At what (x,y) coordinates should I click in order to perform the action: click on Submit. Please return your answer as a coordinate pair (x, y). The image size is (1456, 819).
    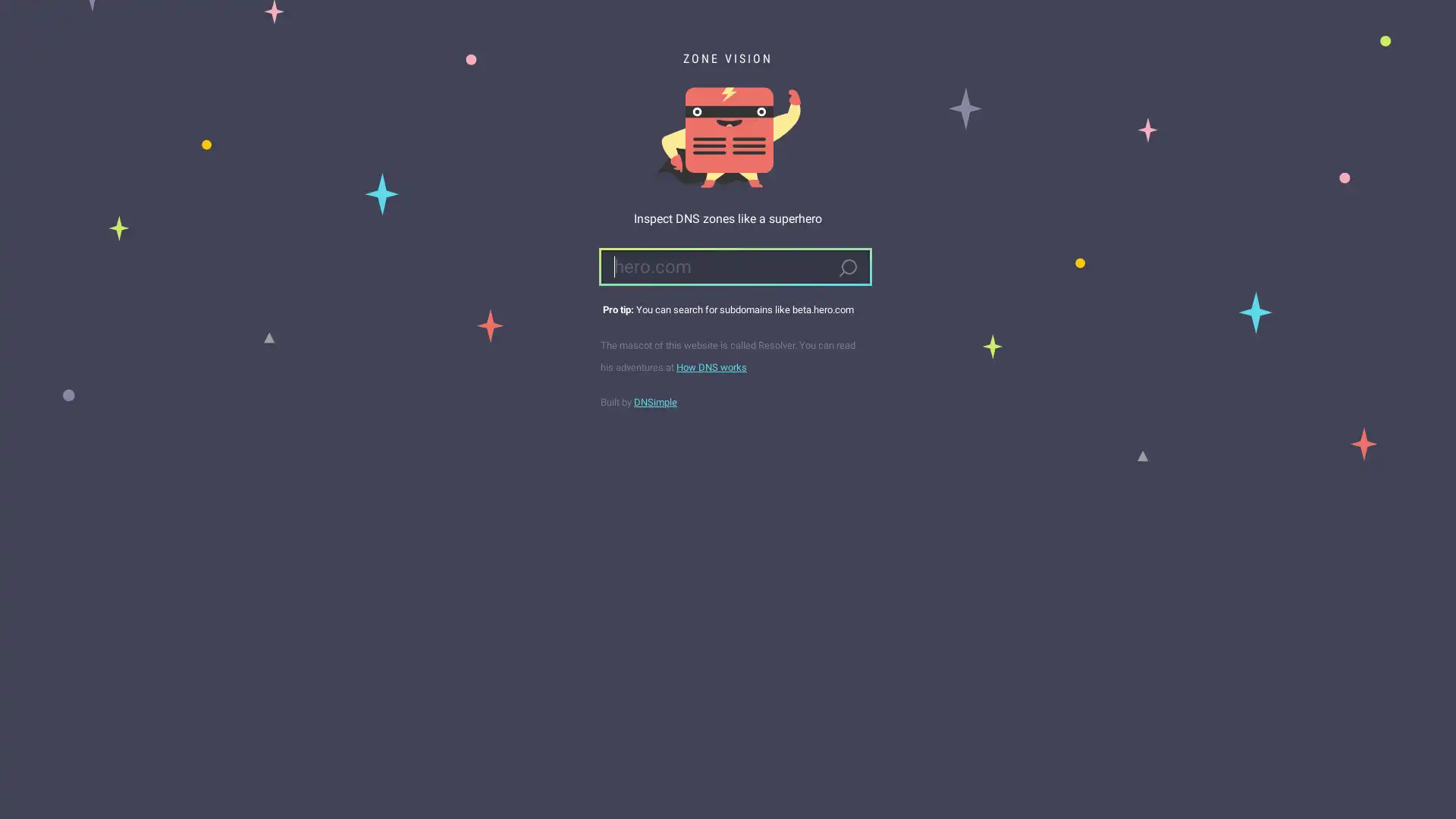
    Looking at the image, I should click on (846, 268).